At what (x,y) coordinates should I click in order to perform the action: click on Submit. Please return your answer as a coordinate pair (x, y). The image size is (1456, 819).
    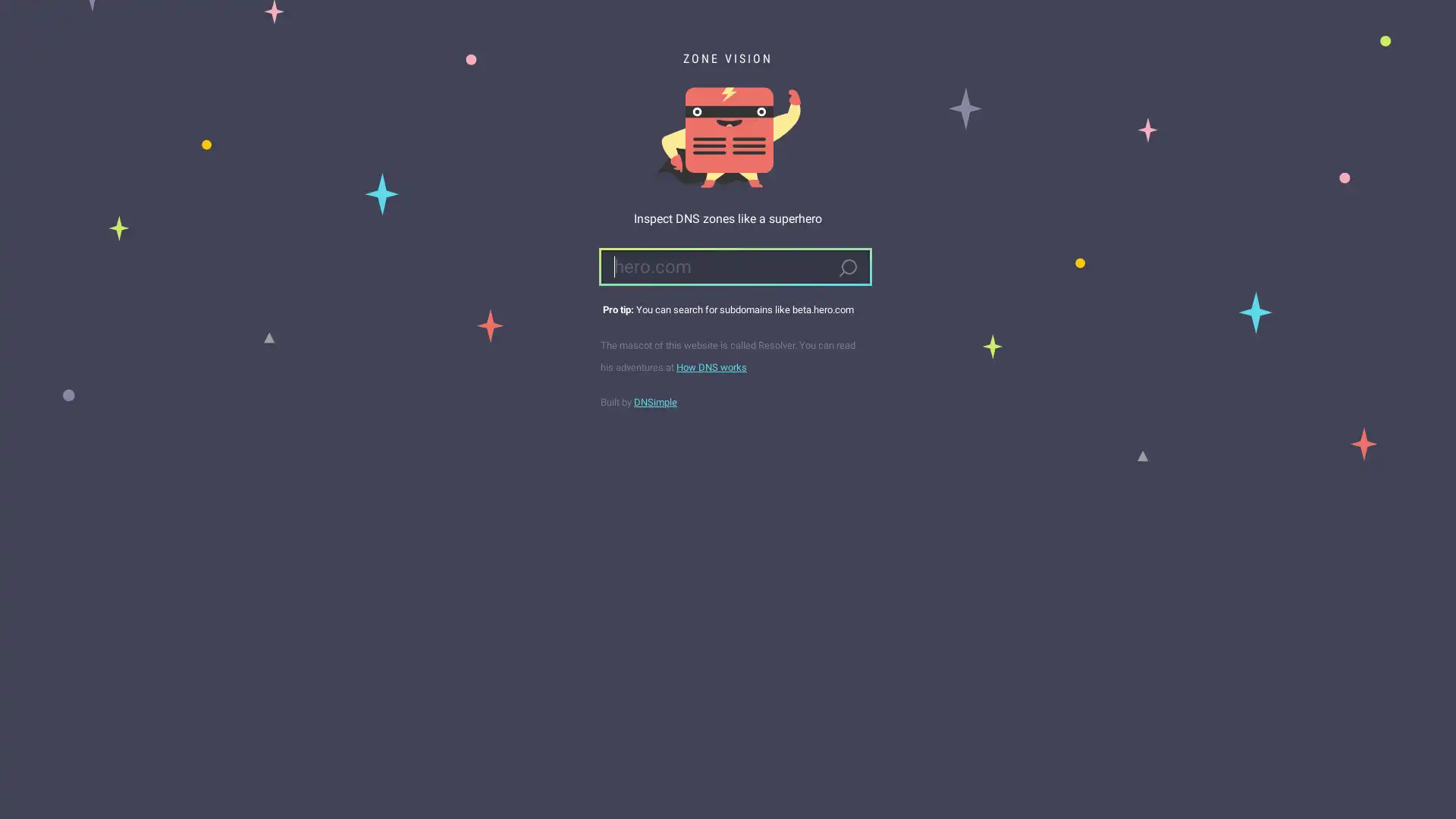
    Looking at the image, I should click on (846, 268).